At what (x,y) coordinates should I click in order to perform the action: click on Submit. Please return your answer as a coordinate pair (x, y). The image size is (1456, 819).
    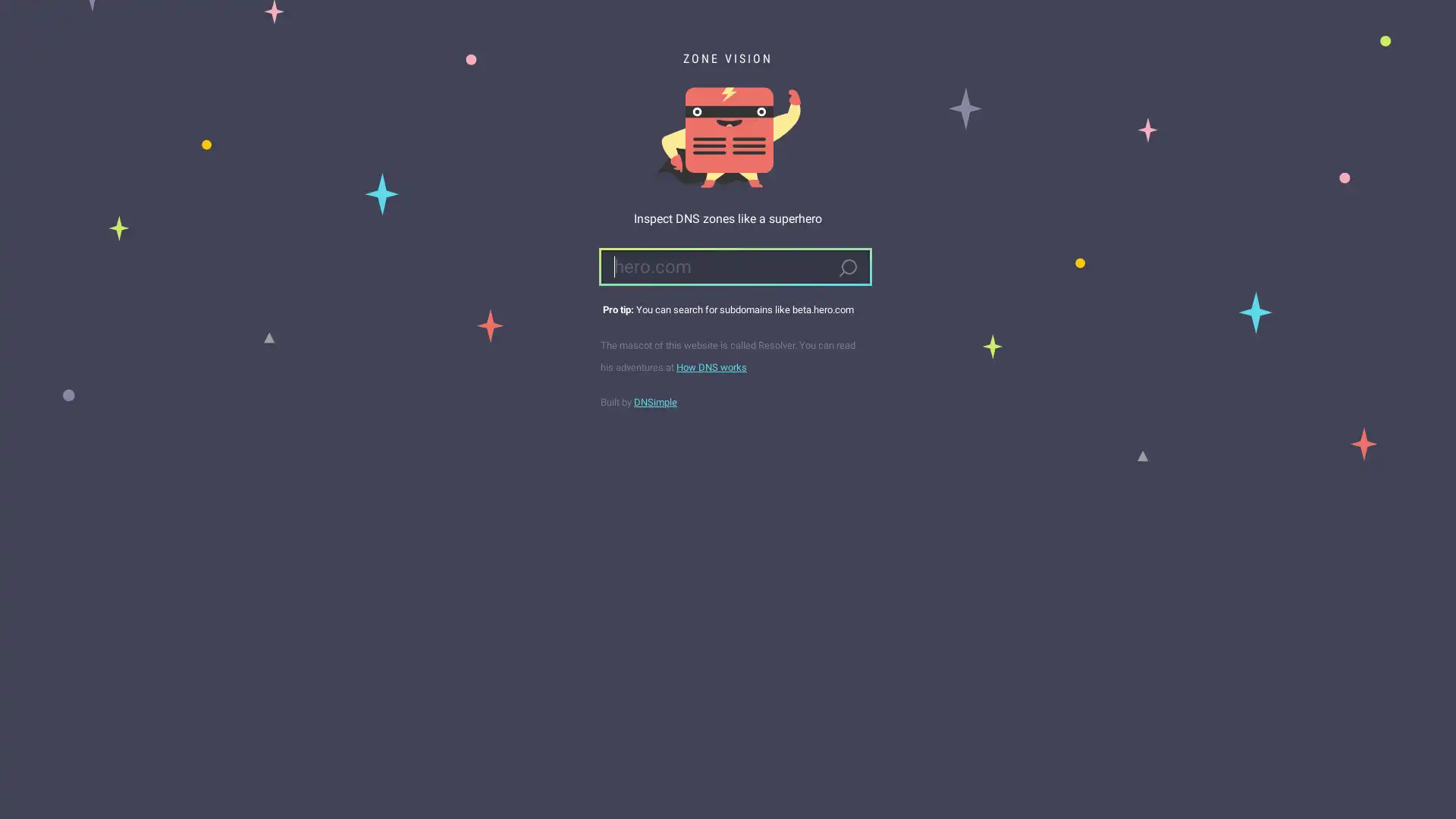
    Looking at the image, I should click on (846, 268).